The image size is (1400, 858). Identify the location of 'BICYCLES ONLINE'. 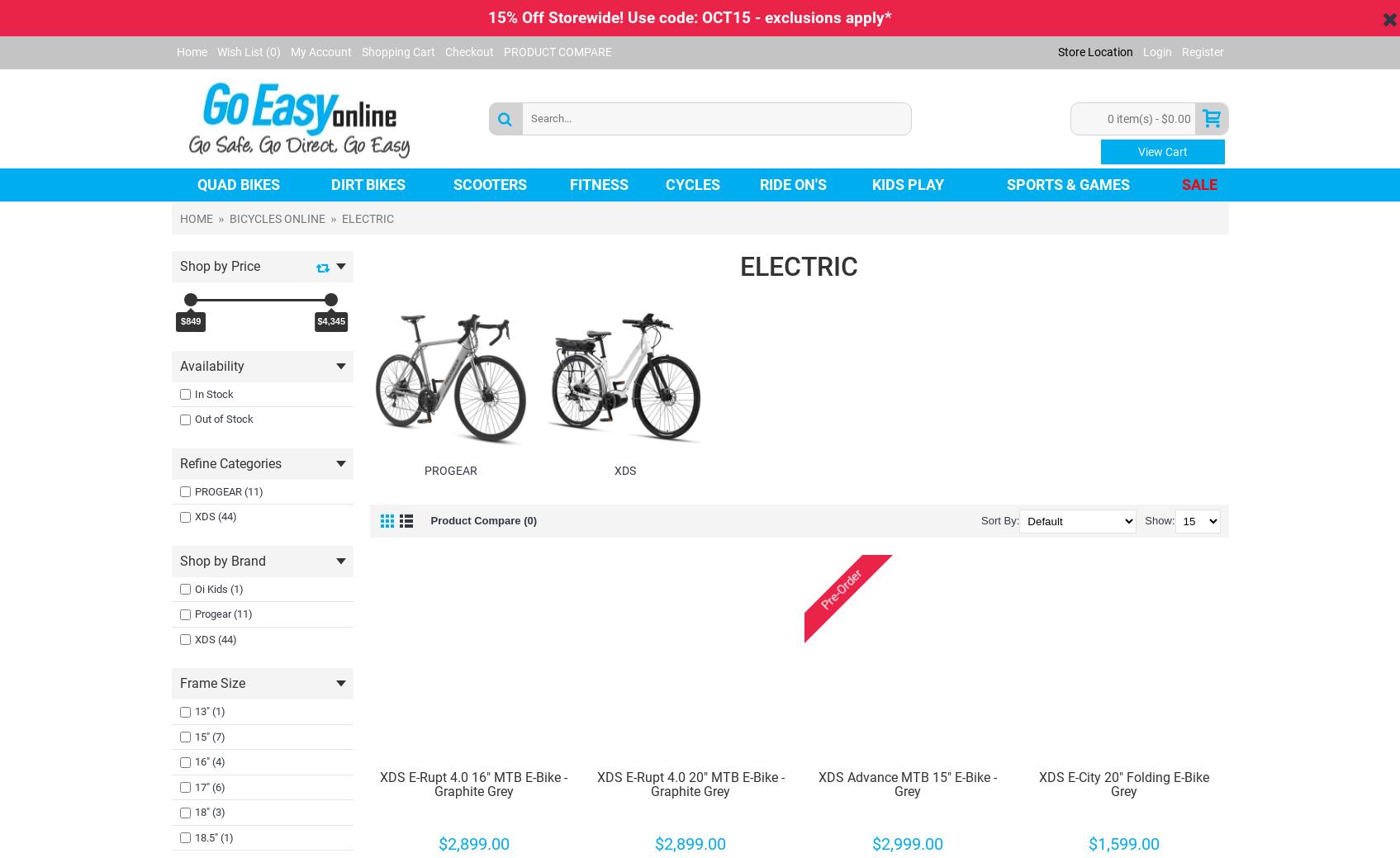
(275, 219).